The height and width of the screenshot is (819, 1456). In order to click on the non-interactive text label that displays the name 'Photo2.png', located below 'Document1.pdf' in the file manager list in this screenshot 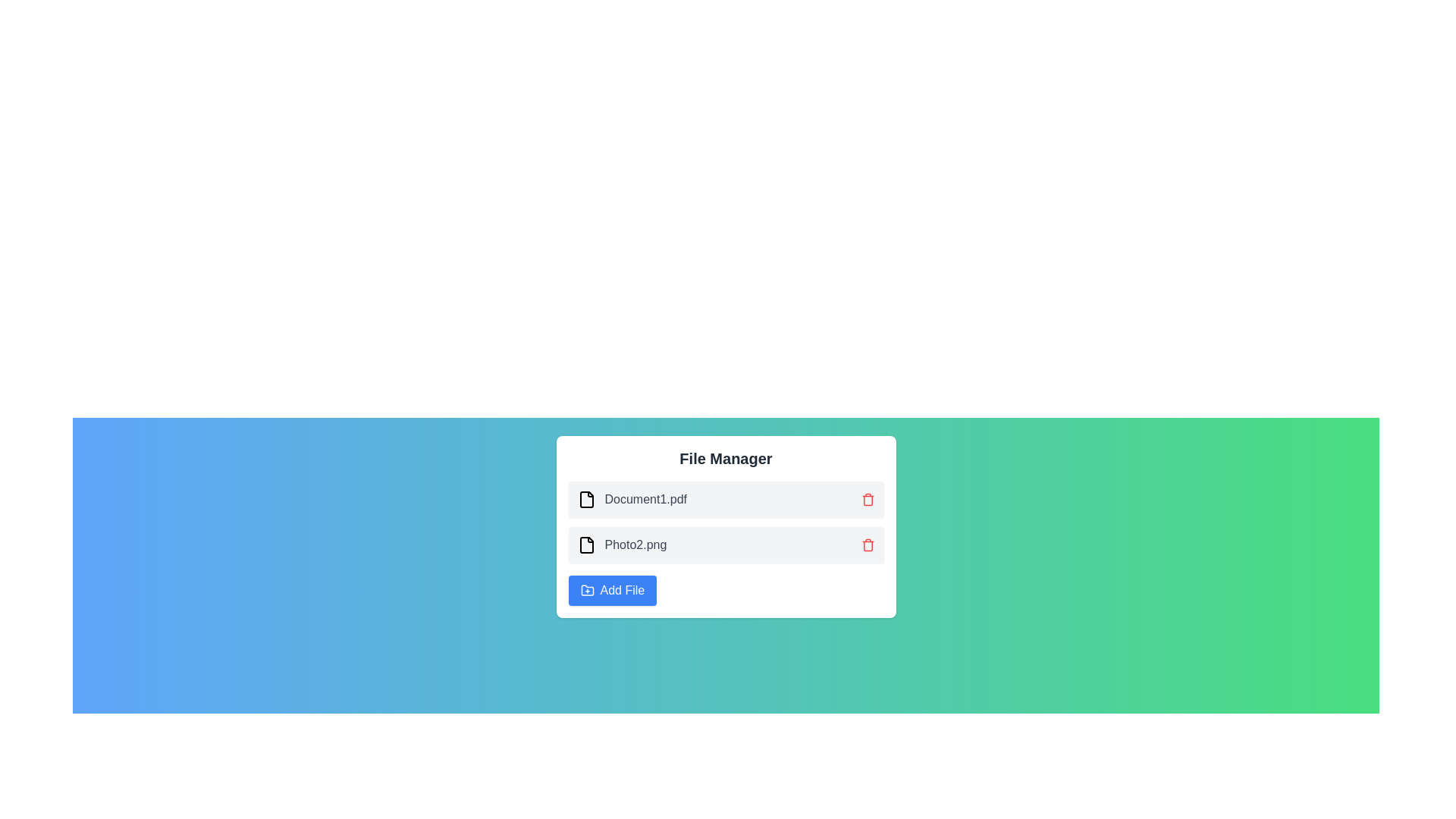, I will do `click(635, 544)`.